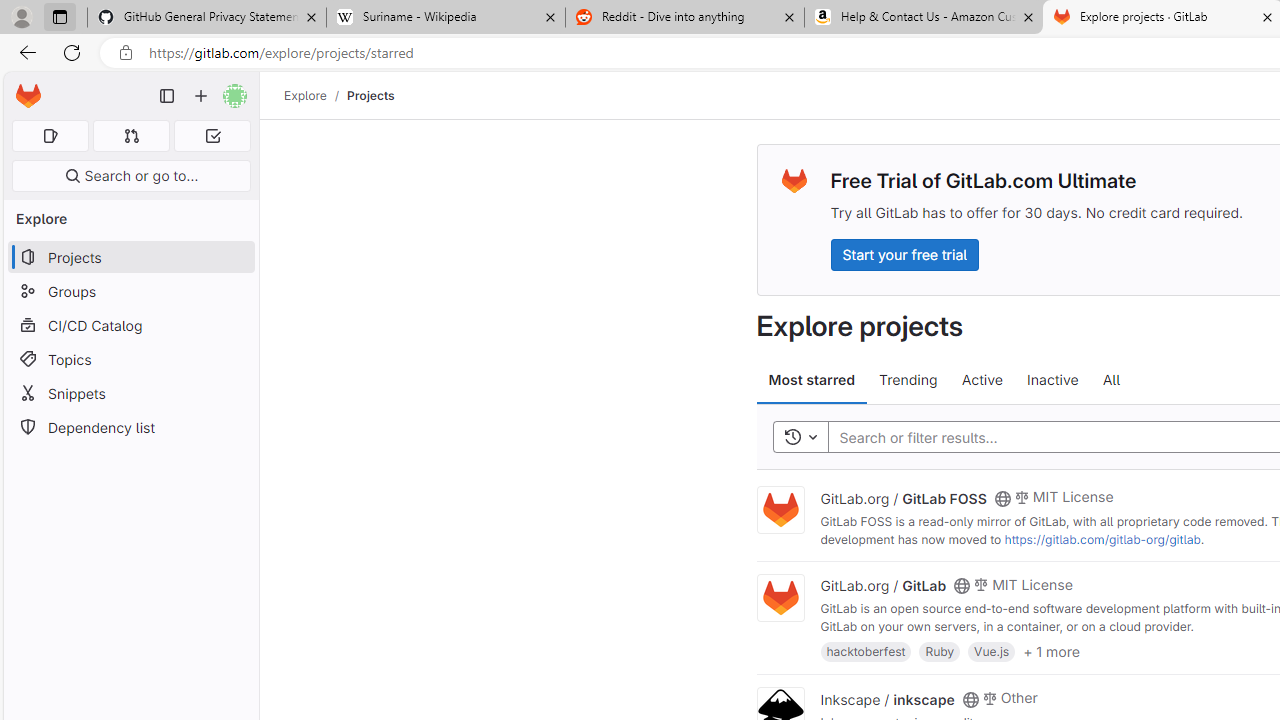 The height and width of the screenshot is (720, 1280). Describe the element at coordinates (886, 697) in the screenshot. I see `'Inkscape / inkscape'` at that location.